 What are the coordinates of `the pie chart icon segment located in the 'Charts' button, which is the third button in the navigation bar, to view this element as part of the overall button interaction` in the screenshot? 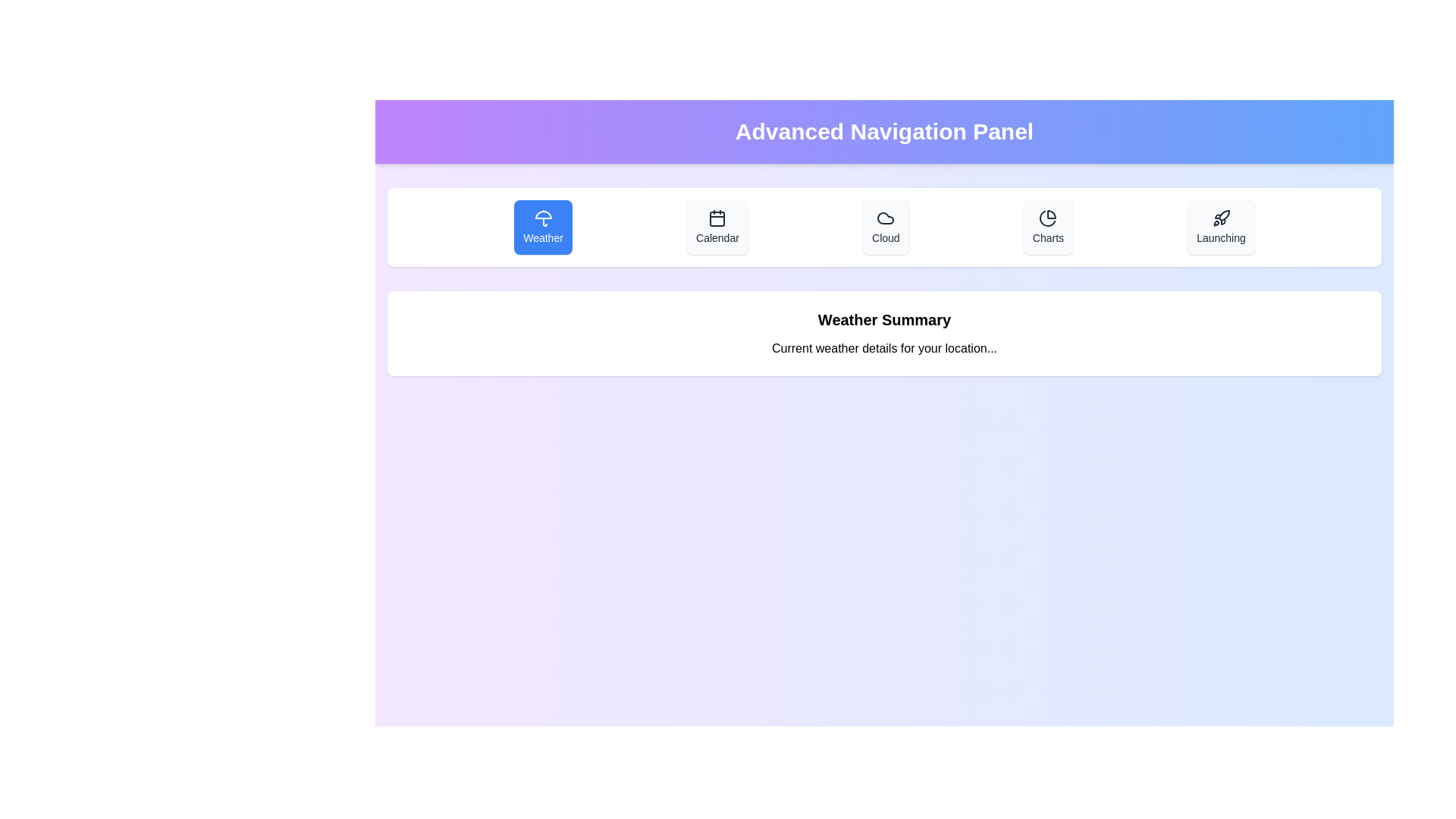 It's located at (1051, 215).